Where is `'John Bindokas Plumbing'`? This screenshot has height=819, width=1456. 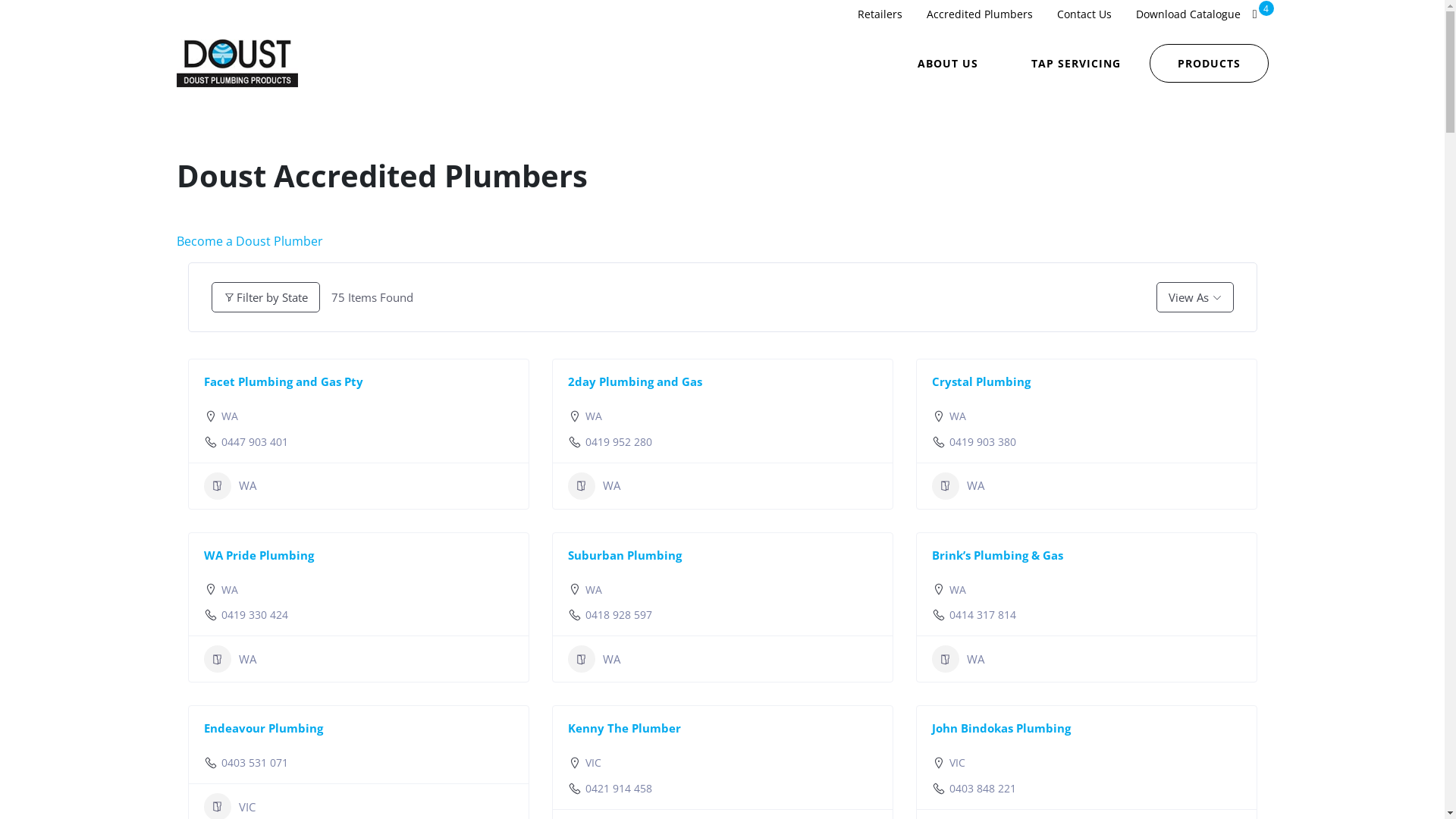 'John Bindokas Plumbing' is located at coordinates (1000, 727).